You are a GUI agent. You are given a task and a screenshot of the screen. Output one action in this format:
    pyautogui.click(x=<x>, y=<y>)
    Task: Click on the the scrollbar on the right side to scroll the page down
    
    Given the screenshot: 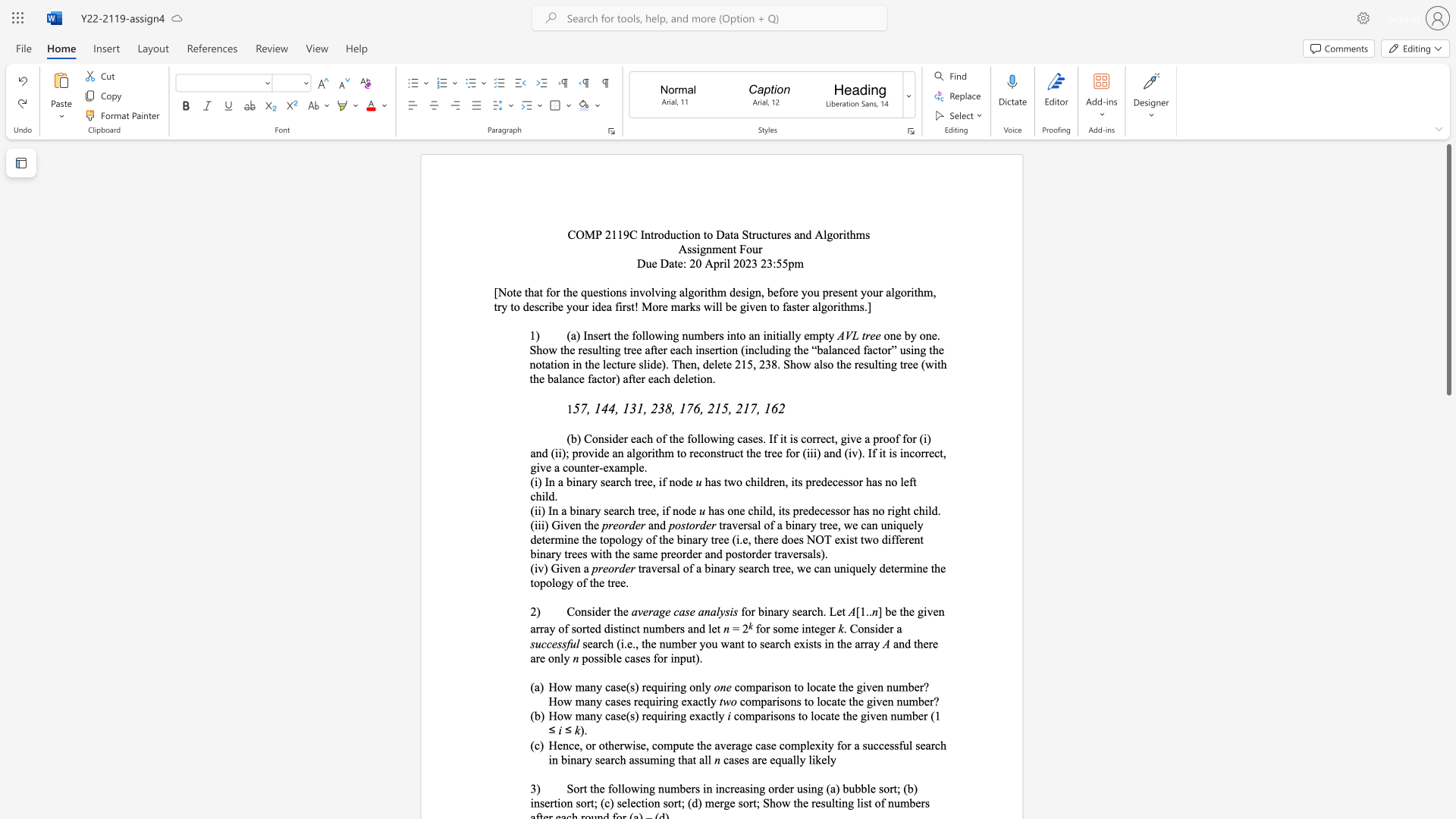 What is the action you would take?
    pyautogui.click(x=1448, y=644)
    